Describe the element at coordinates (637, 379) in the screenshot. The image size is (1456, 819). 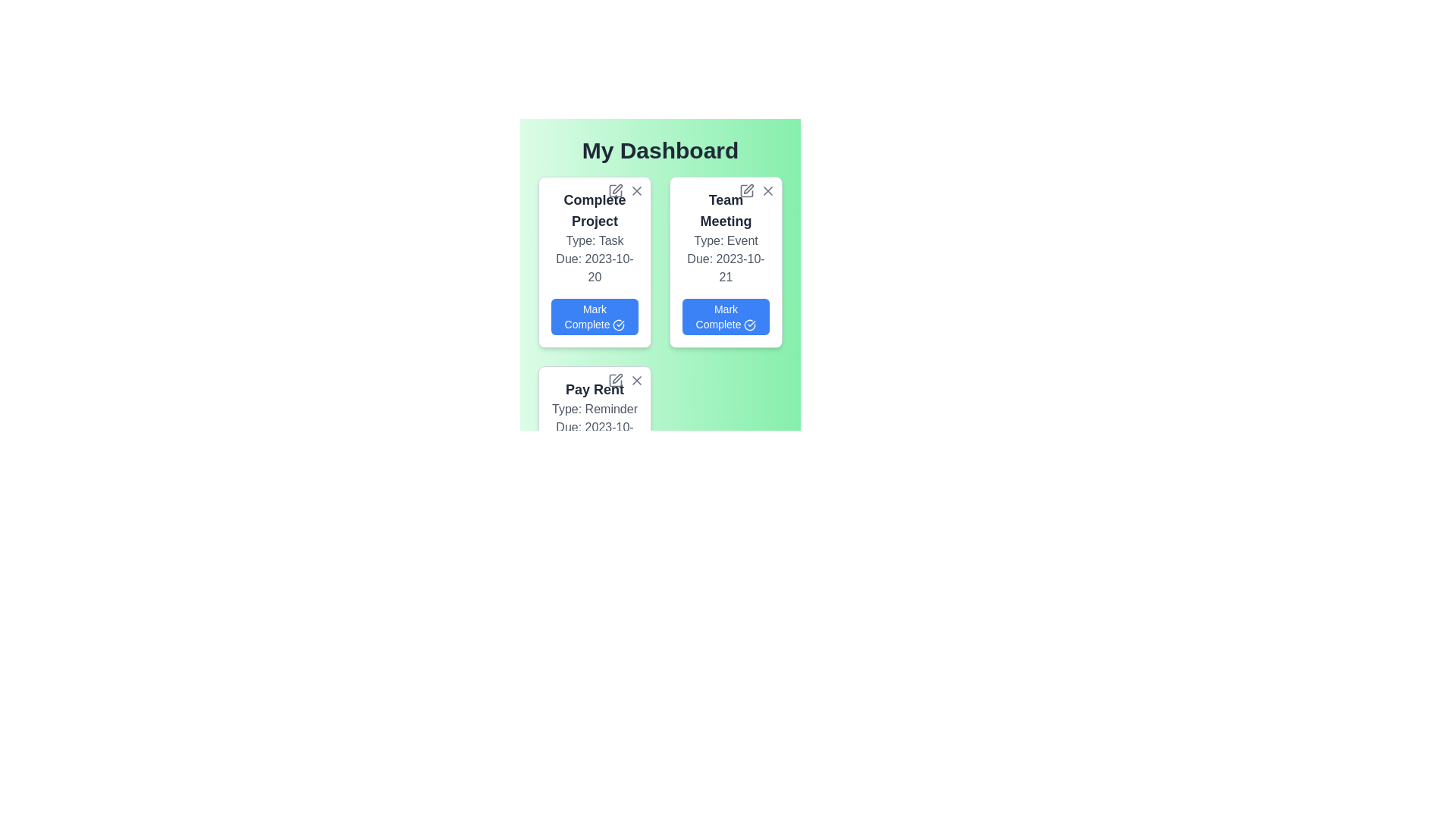
I see `the 'X' close button in the top-right corner of the 'Pay Rent' card` at that location.